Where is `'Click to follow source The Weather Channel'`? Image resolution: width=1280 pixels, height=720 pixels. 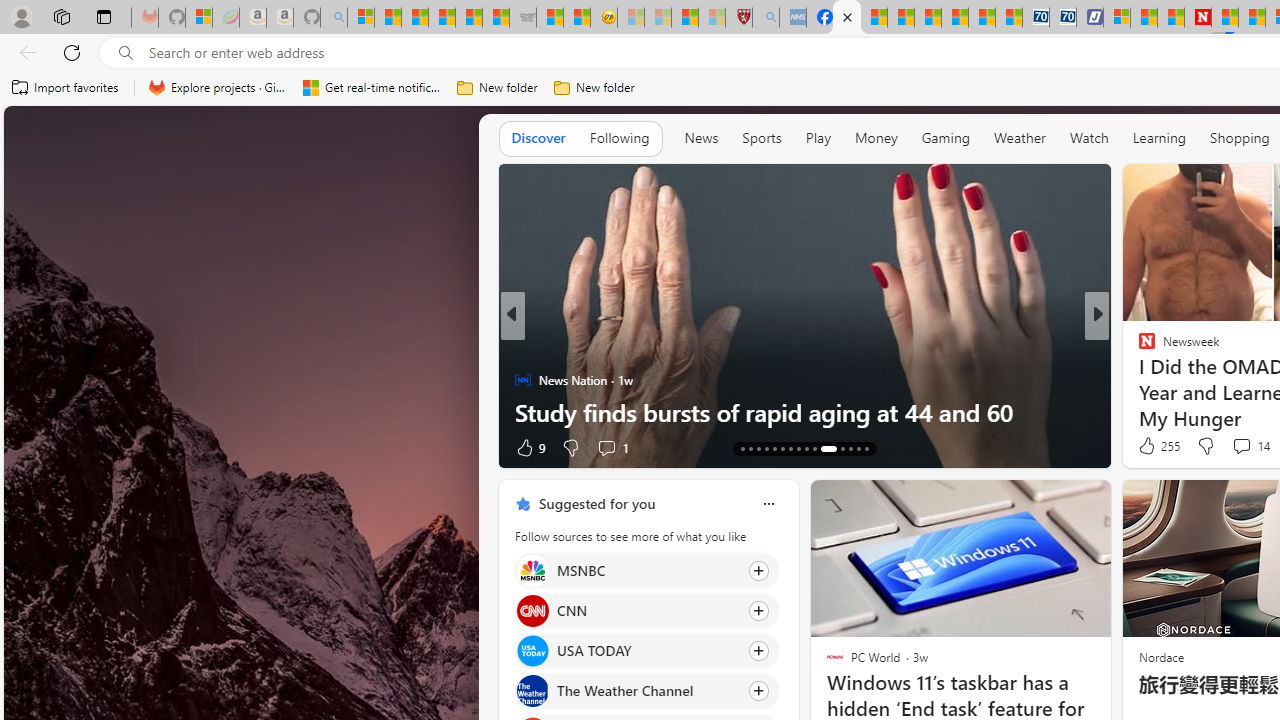
'Click to follow source The Weather Channel' is located at coordinates (647, 690).